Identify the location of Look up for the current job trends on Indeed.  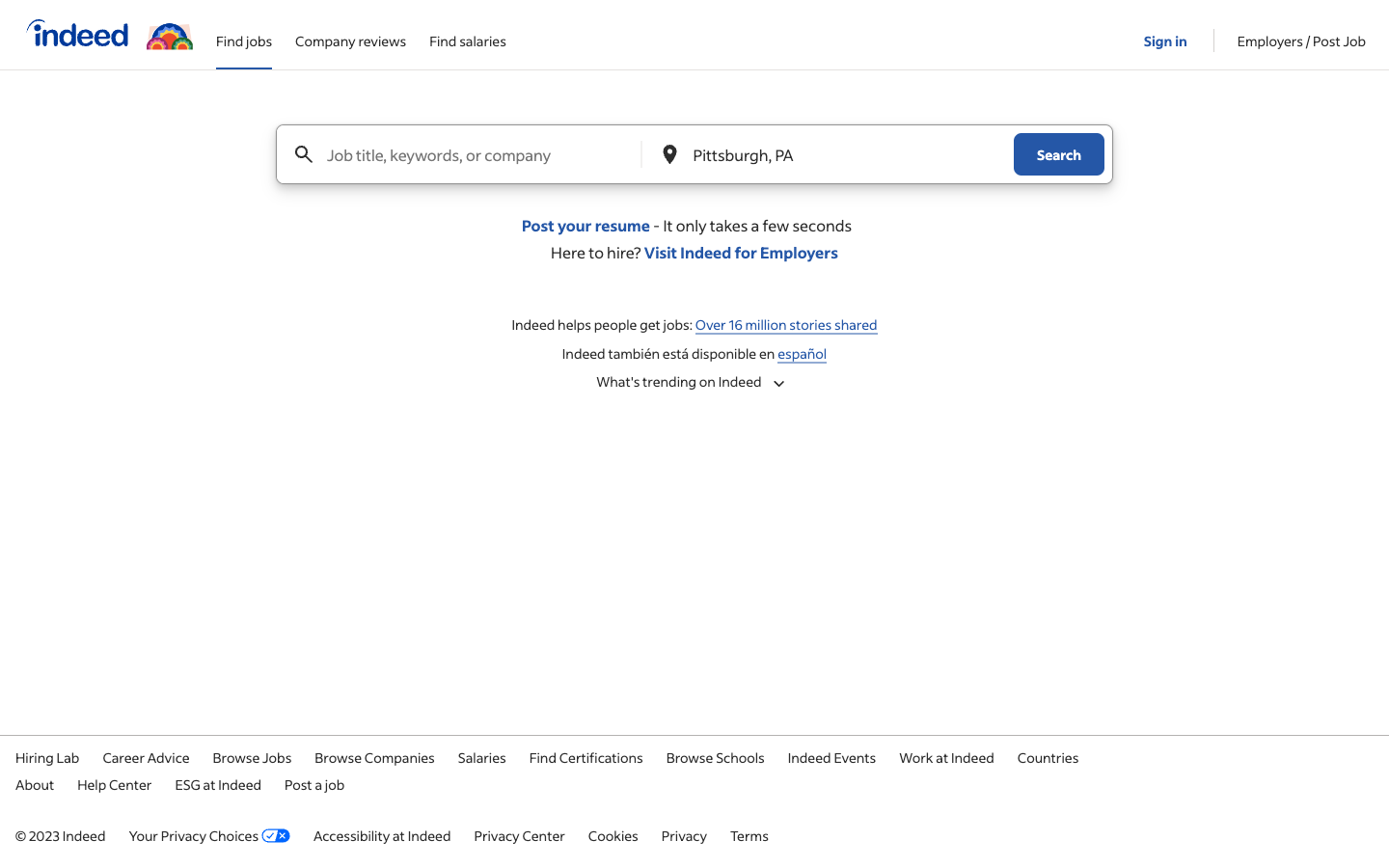
(694, 381).